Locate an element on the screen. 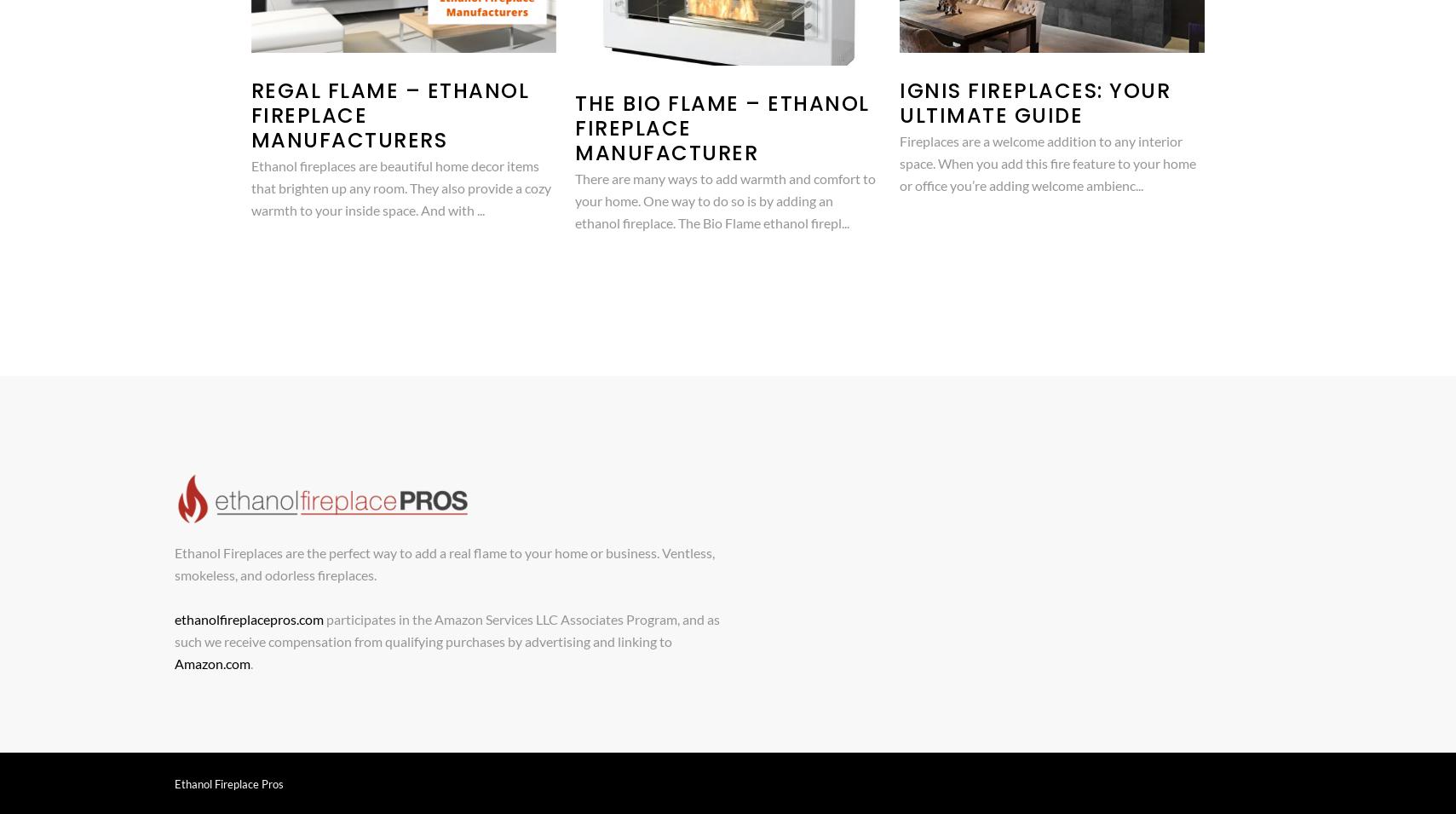 This screenshot has height=814, width=1456. 'Ethanol Fireplaces are the perfect way to add a real flame to your home or business. Ventless, smokeless, and odorless fireplaces.' is located at coordinates (443, 563).